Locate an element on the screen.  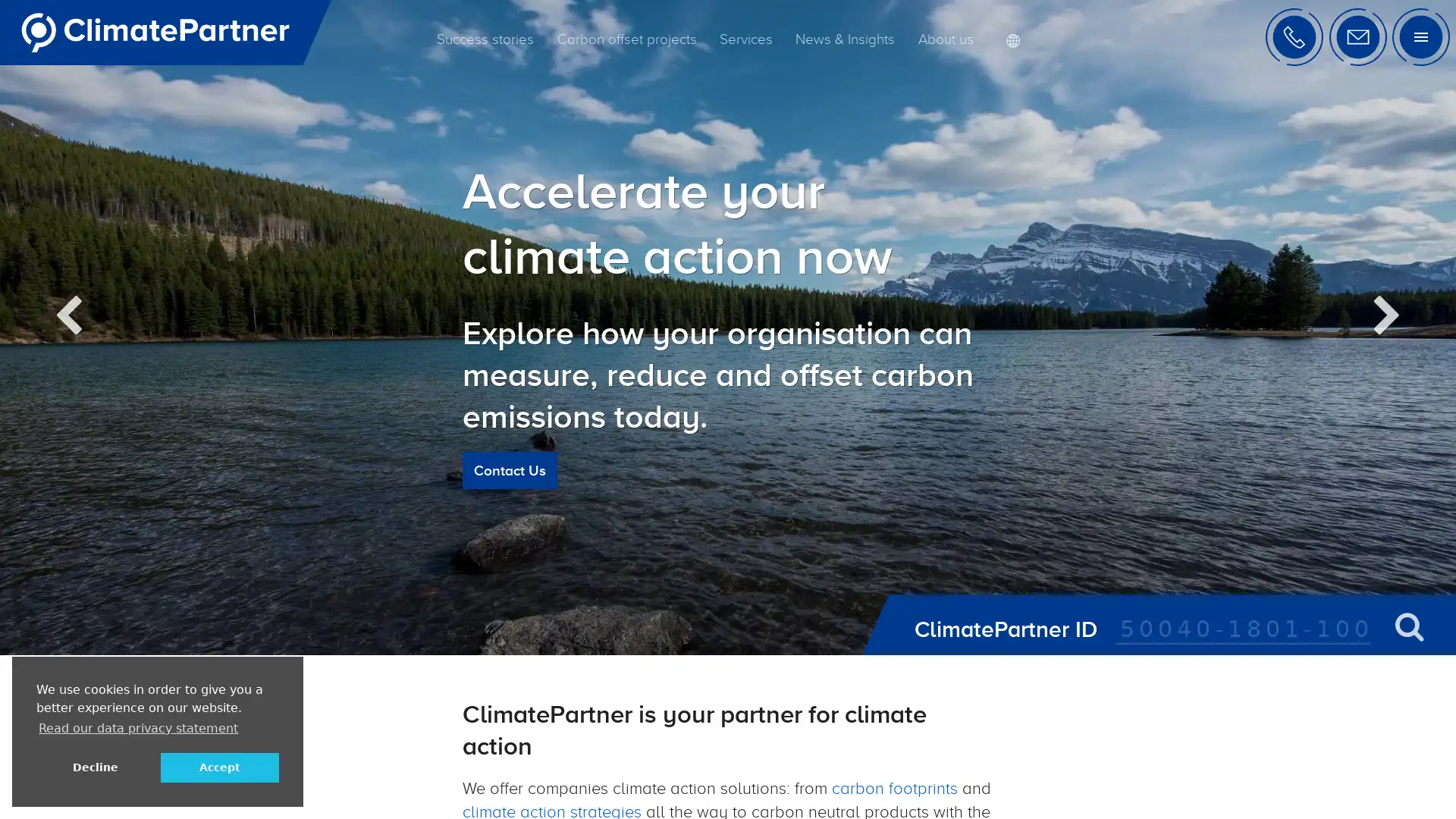
learn more about cookies is located at coordinates (138, 727).